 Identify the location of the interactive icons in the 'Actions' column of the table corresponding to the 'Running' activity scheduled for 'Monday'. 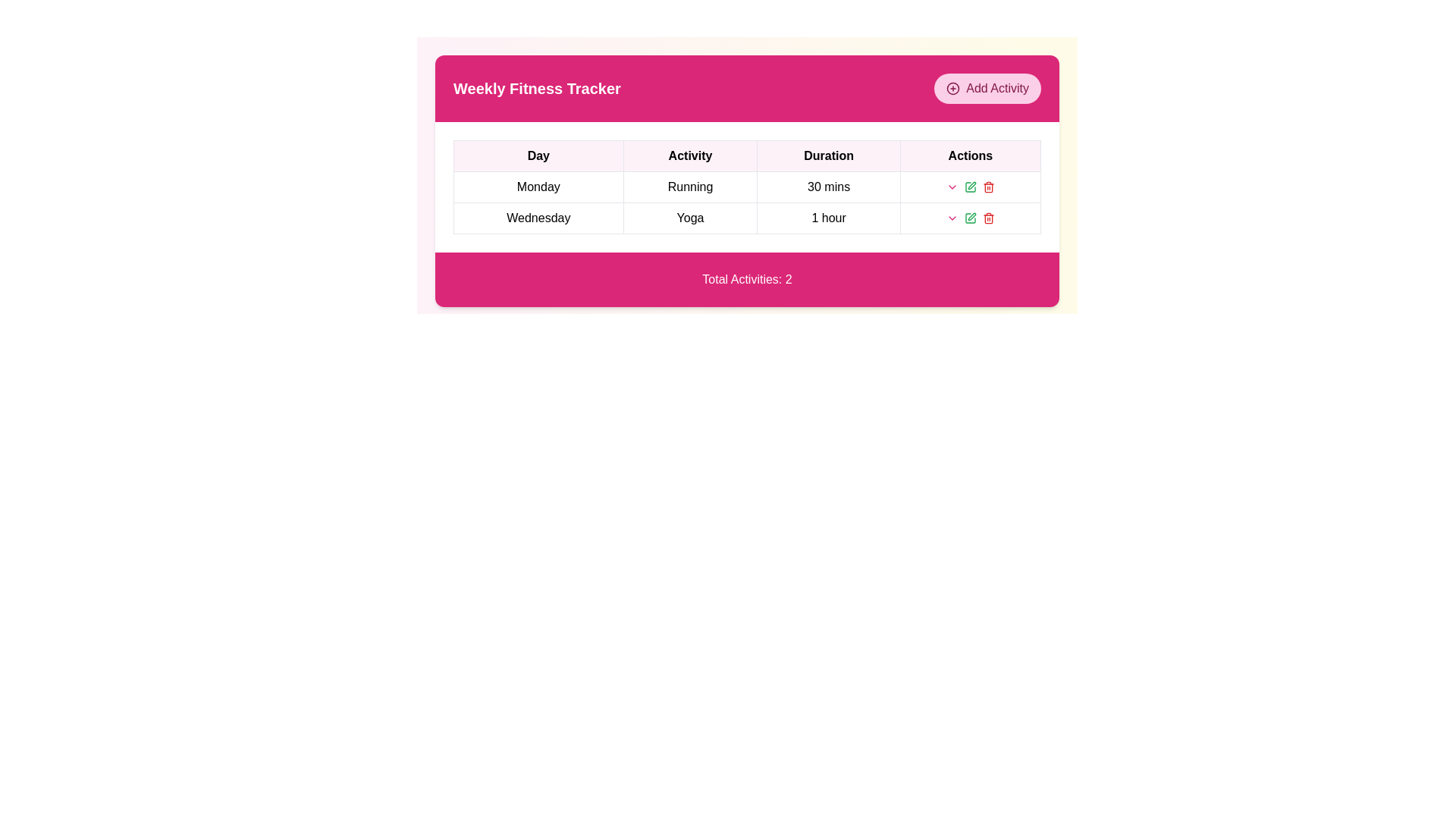
(969, 186).